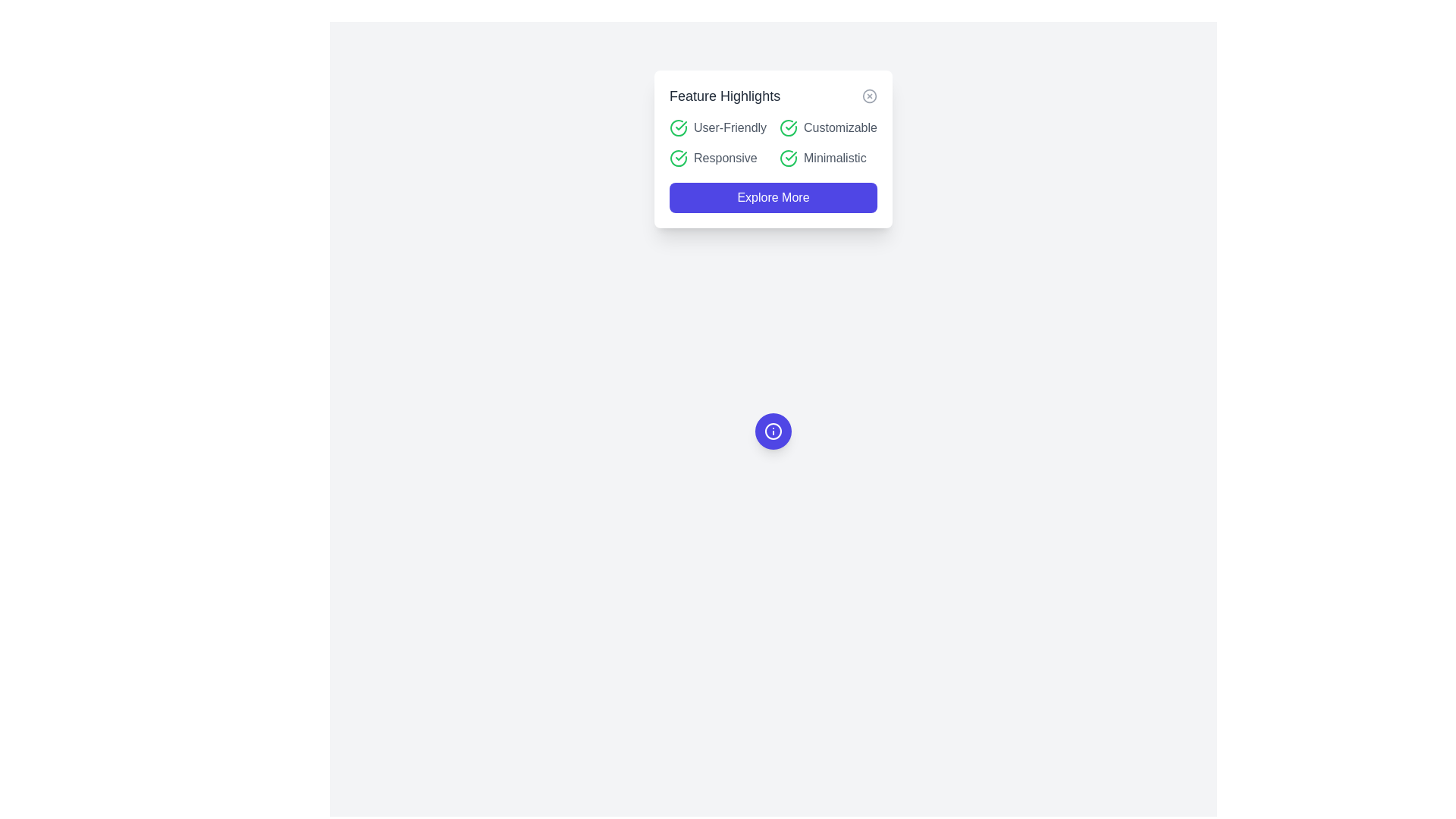 This screenshot has width=1456, height=819. I want to click on the 'User-Friendly' feature icon, which is the first icon on the left in the 'Feature Highlights' section, so click(678, 127).